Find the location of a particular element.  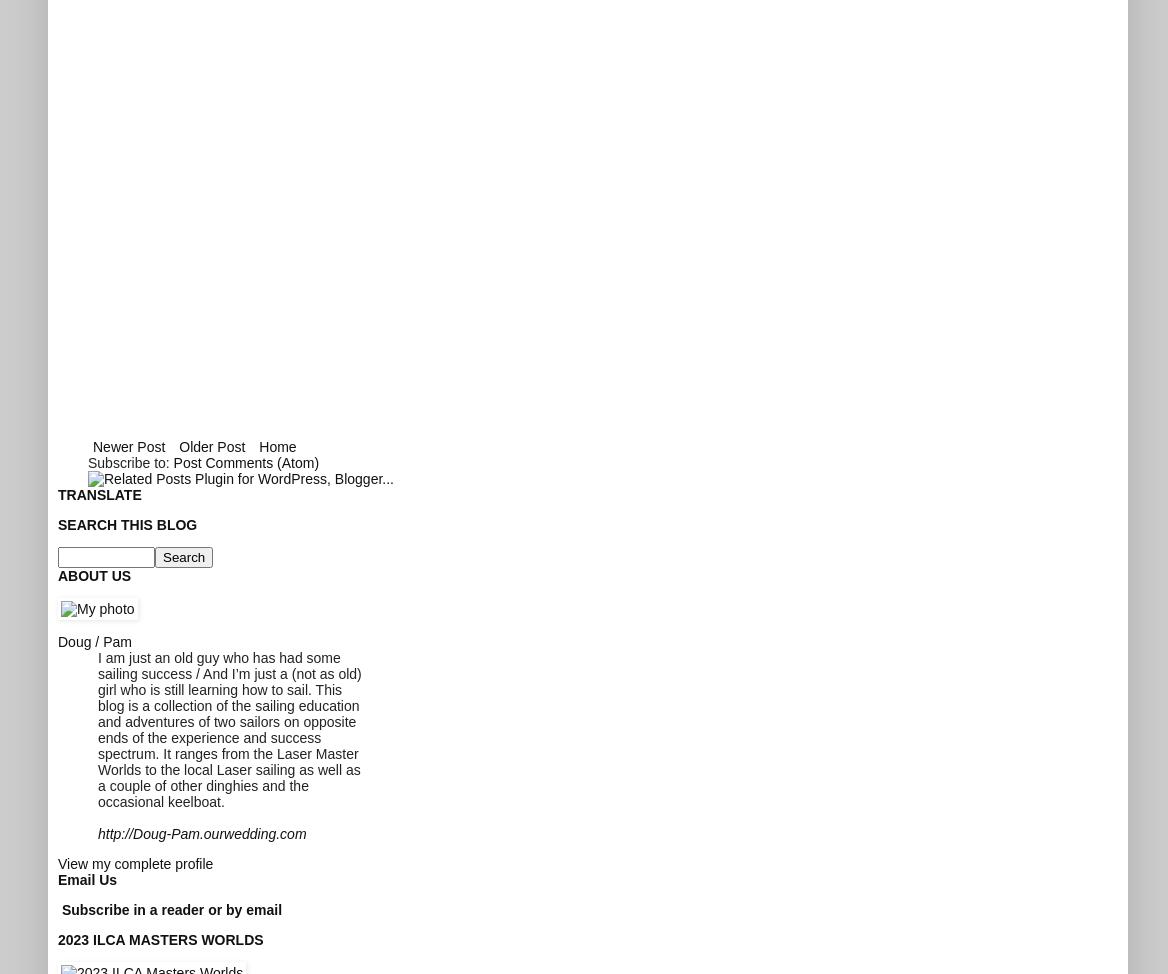

'I am just an old guy who has had some sailing success / And I’m just a (not as old) girl who is still learning how to sail. This blog is a collection of the sailing education and adventures of two sailors on opposite ends of the experience and success spectrum. It ranges from the Laser Master Worlds to the local Laser sailing as well as a couple of other dinghies and the occasional keelboat.' is located at coordinates (228, 729).